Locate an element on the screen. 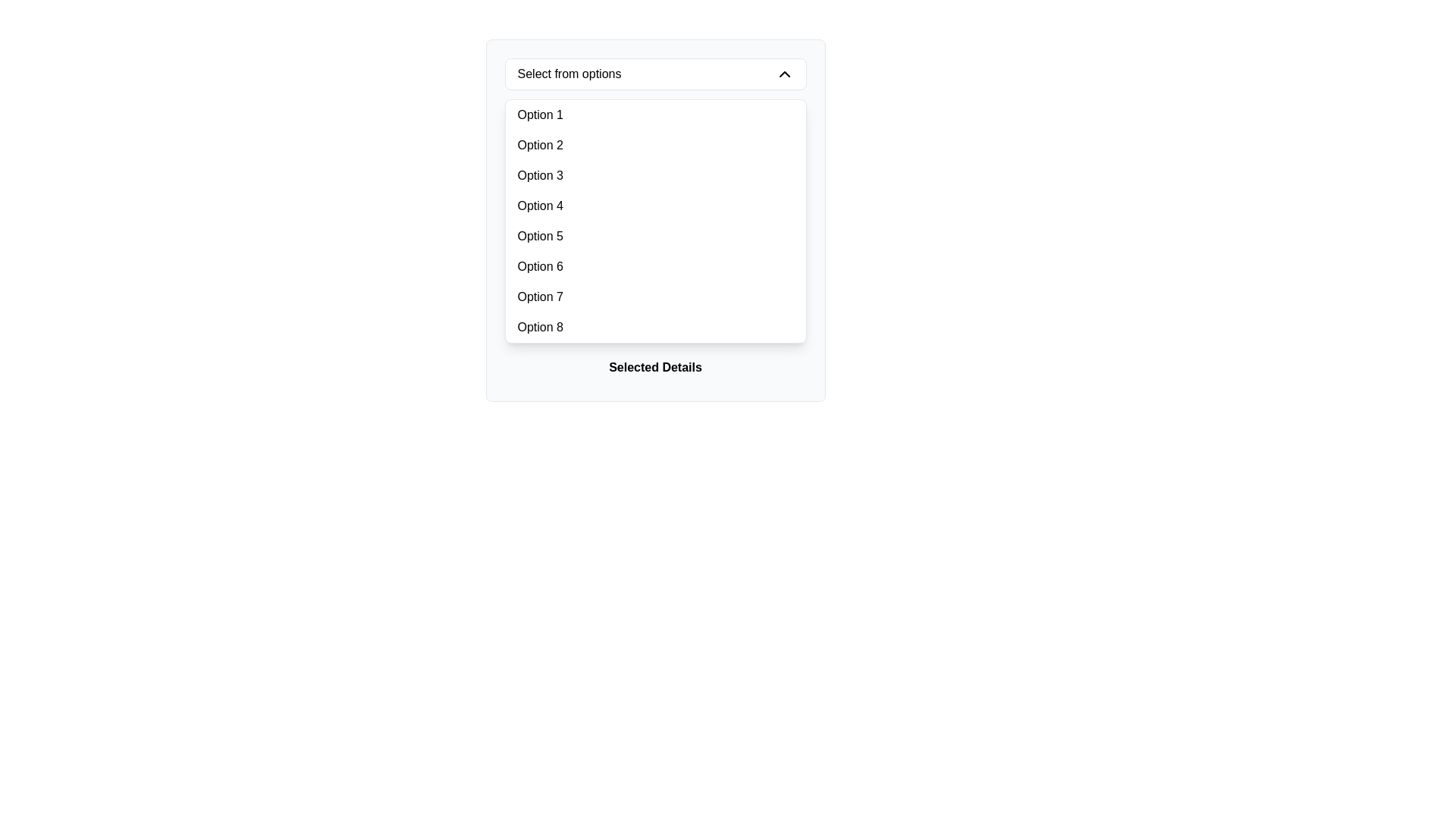 Image resolution: width=1456 pixels, height=819 pixels. the second option in the dropdown menu labeled 'Select from options' is located at coordinates (655, 146).